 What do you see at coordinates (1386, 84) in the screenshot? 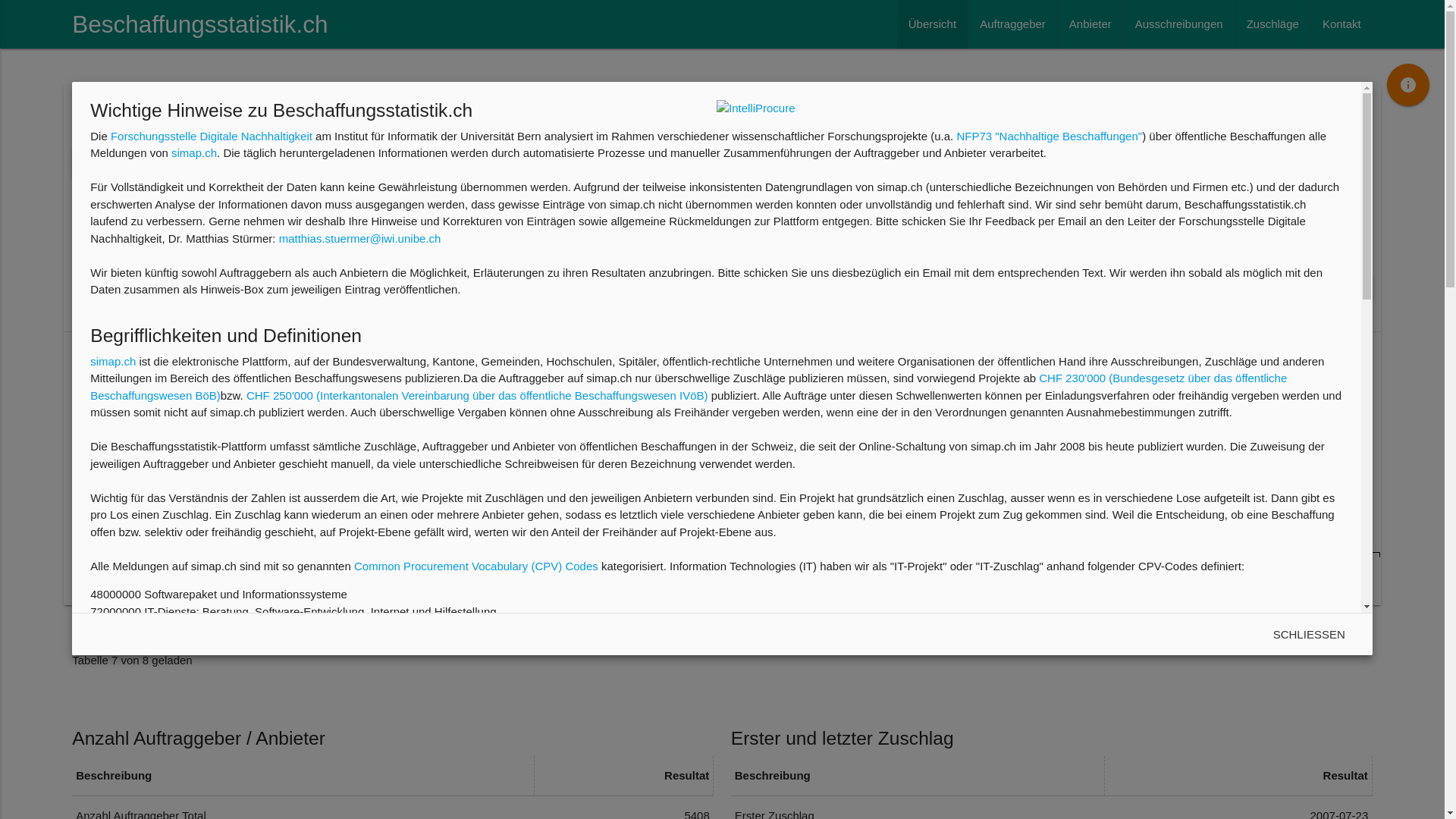
I see `'info'` at bounding box center [1386, 84].